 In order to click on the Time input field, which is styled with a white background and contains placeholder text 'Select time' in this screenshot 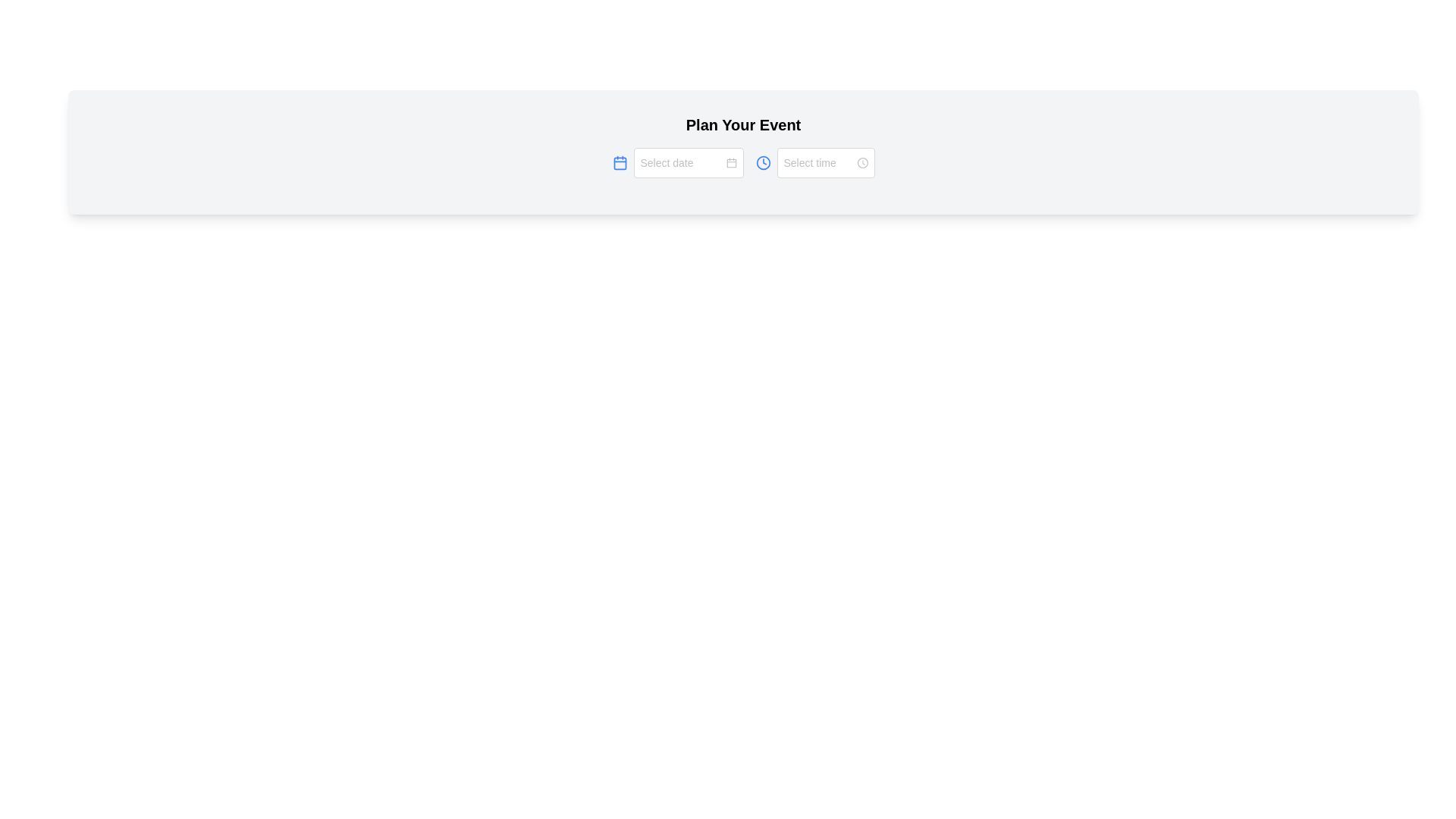, I will do `click(825, 163)`.